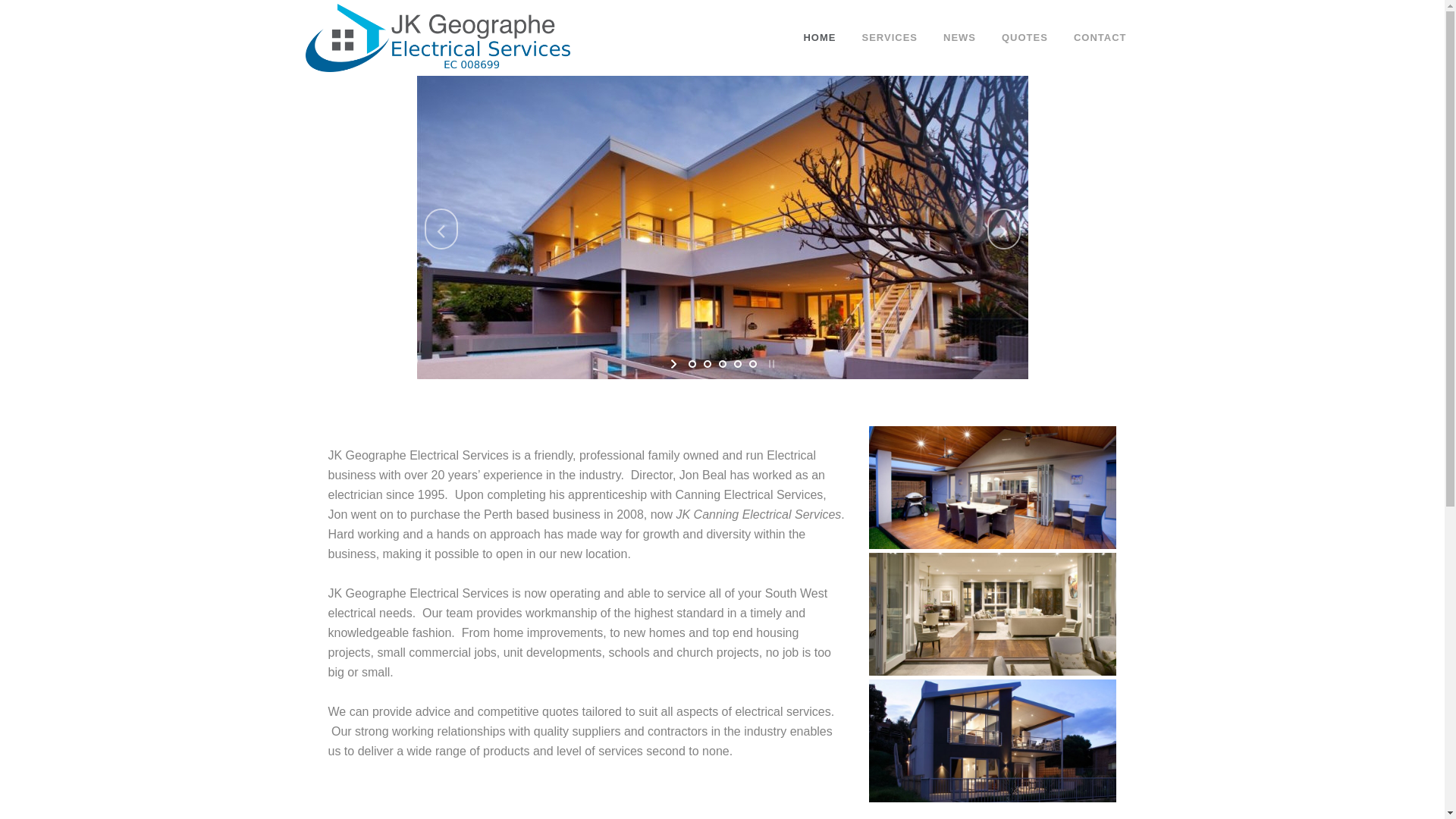 This screenshot has width=1456, height=819. What do you see at coordinates (818, 37) in the screenshot?
I see `'HOME'` at bounding box center [818, 37].